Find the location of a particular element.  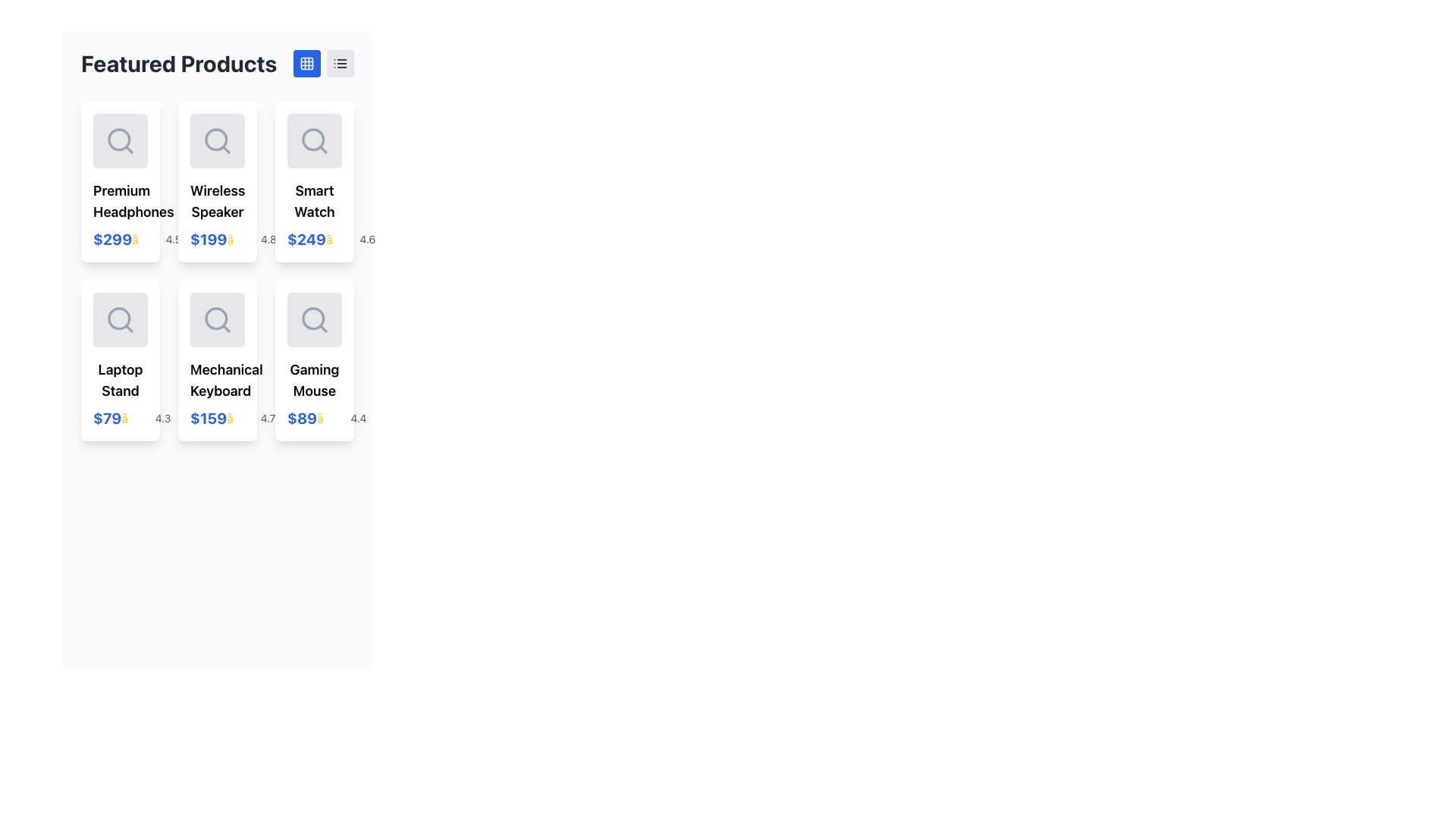

the label for the product 'Gaming Mouse' located in the fourth item of the second row in the product list grid, positioned above the price and rating information is located at coordinates (313, 379).